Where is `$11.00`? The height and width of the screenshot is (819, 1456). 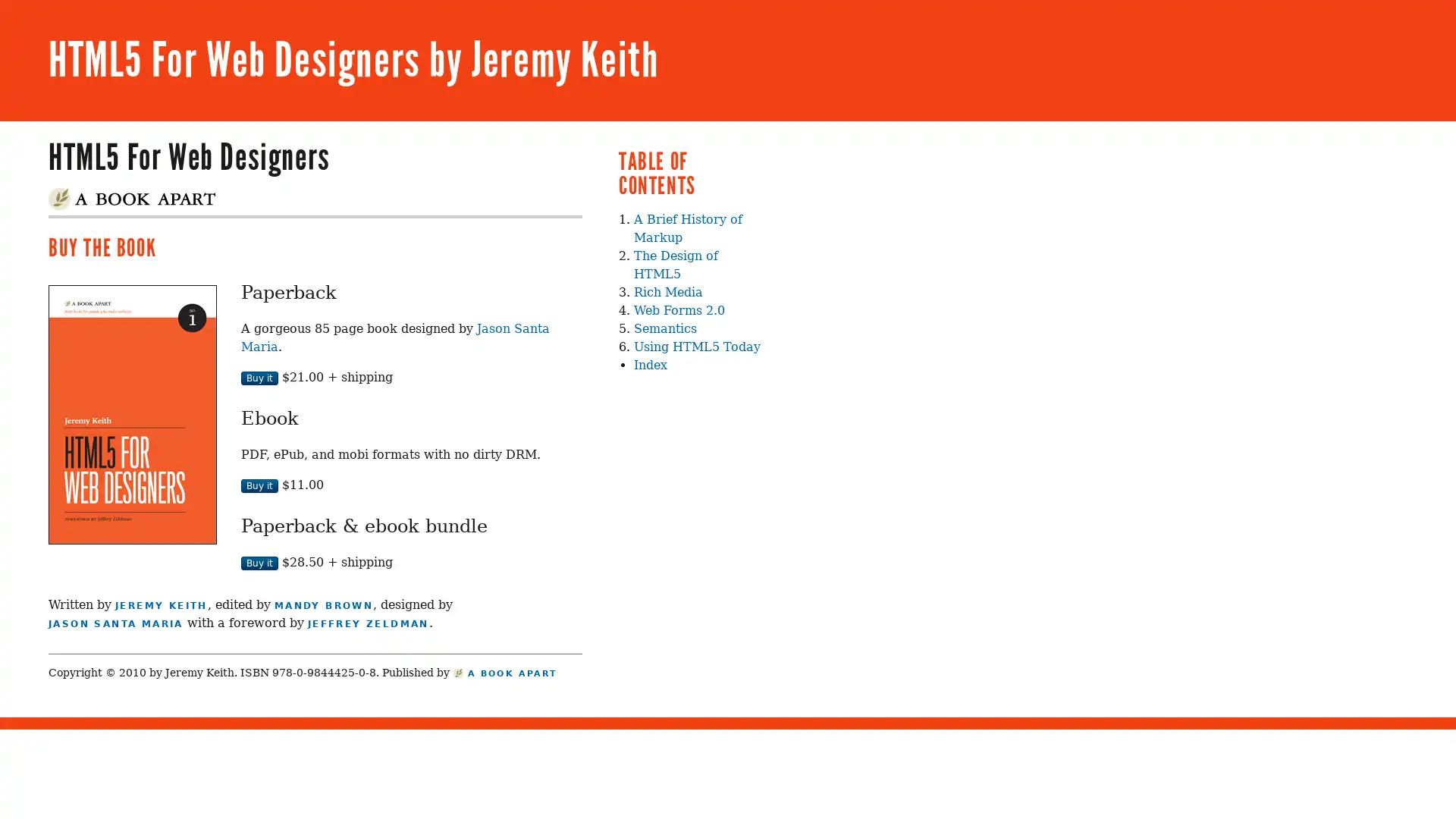
$11.00 is located at coordinates (259, 485).